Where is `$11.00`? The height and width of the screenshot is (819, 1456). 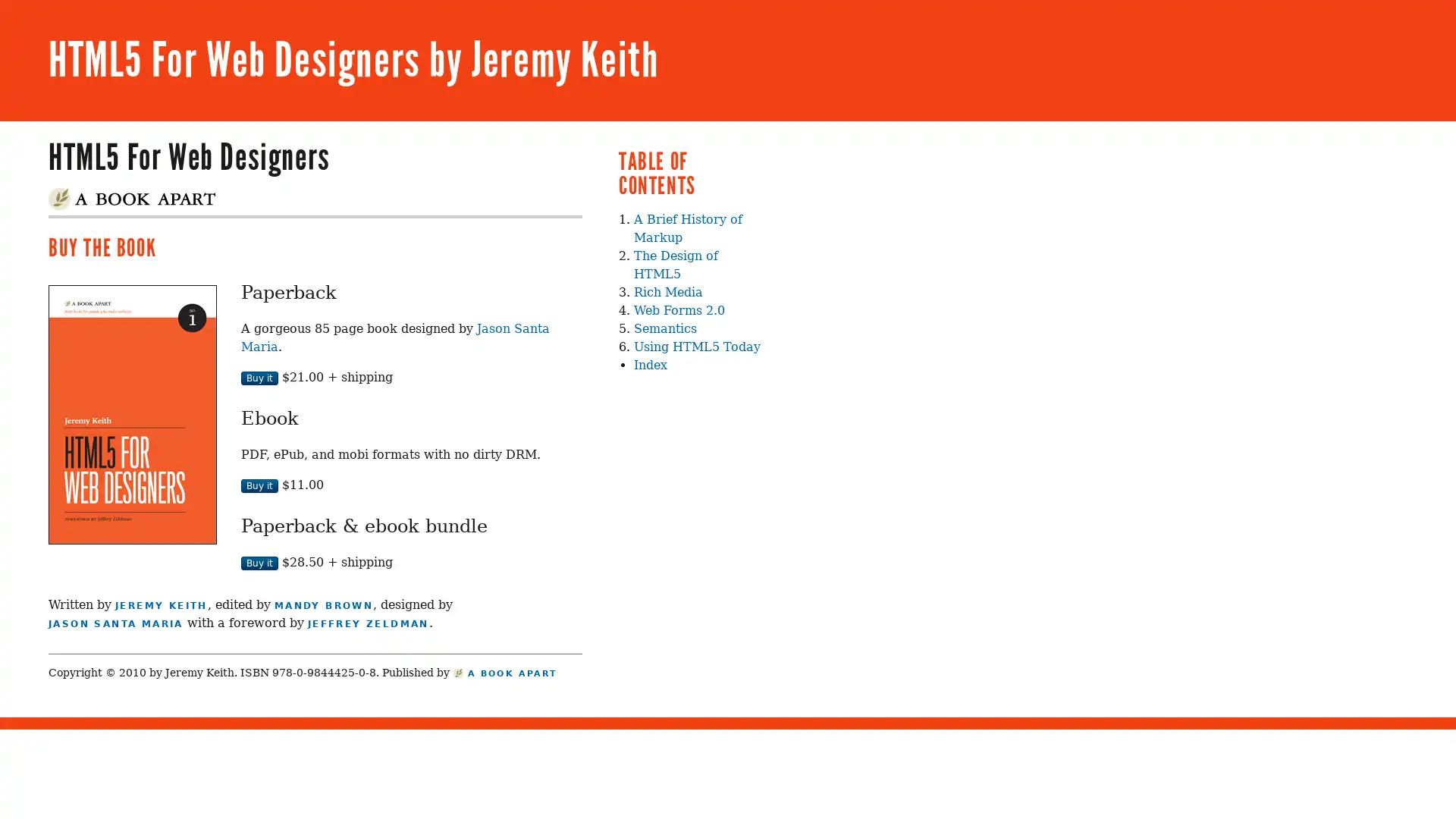
$11.00 is located at coordinates (259, 485).